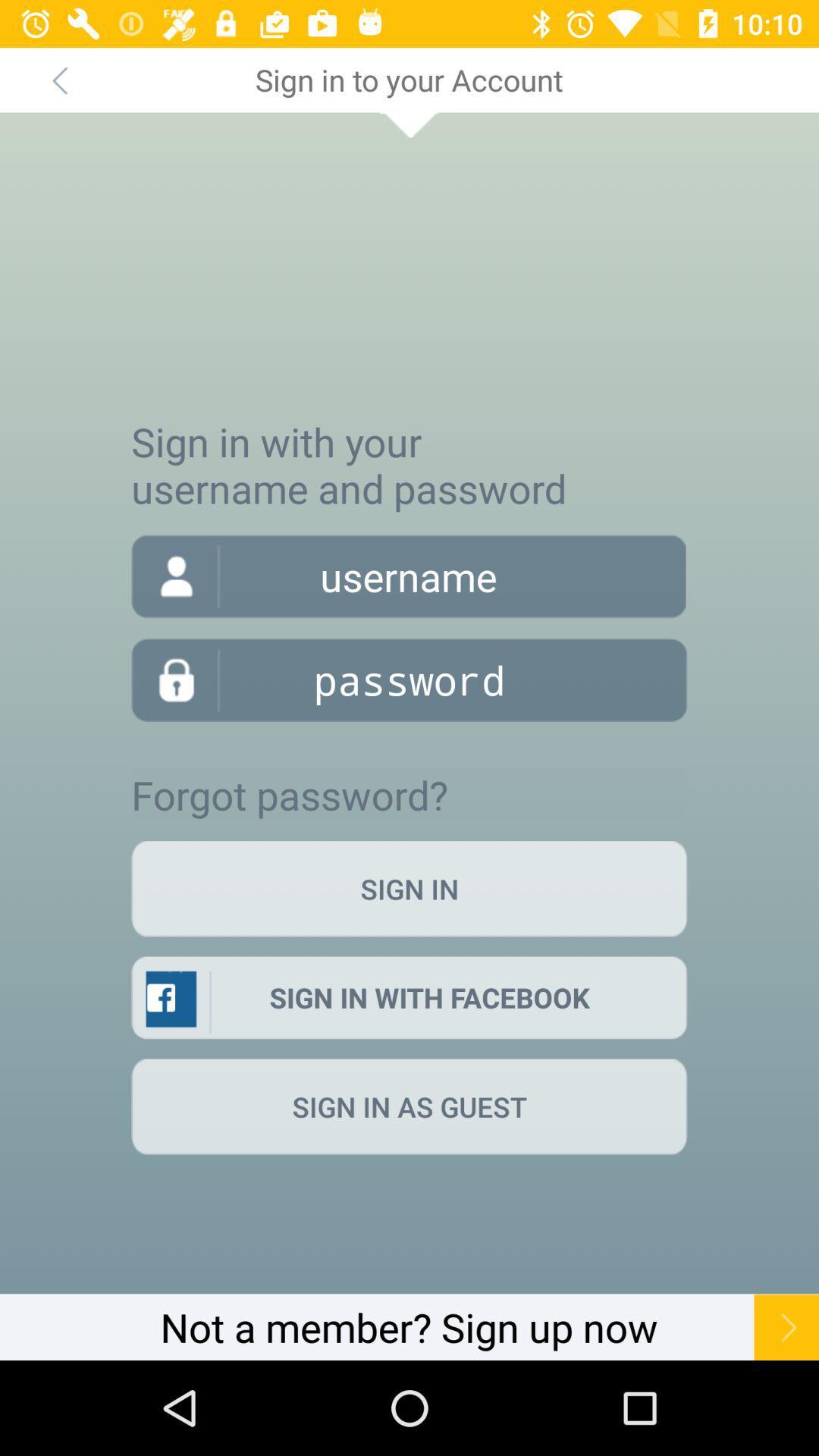 The height and width of the screenshot is (1456, 819). What do you see at coordinates (409, 679) in the screenshot?
I see `password` at bounding box center [409, 679].